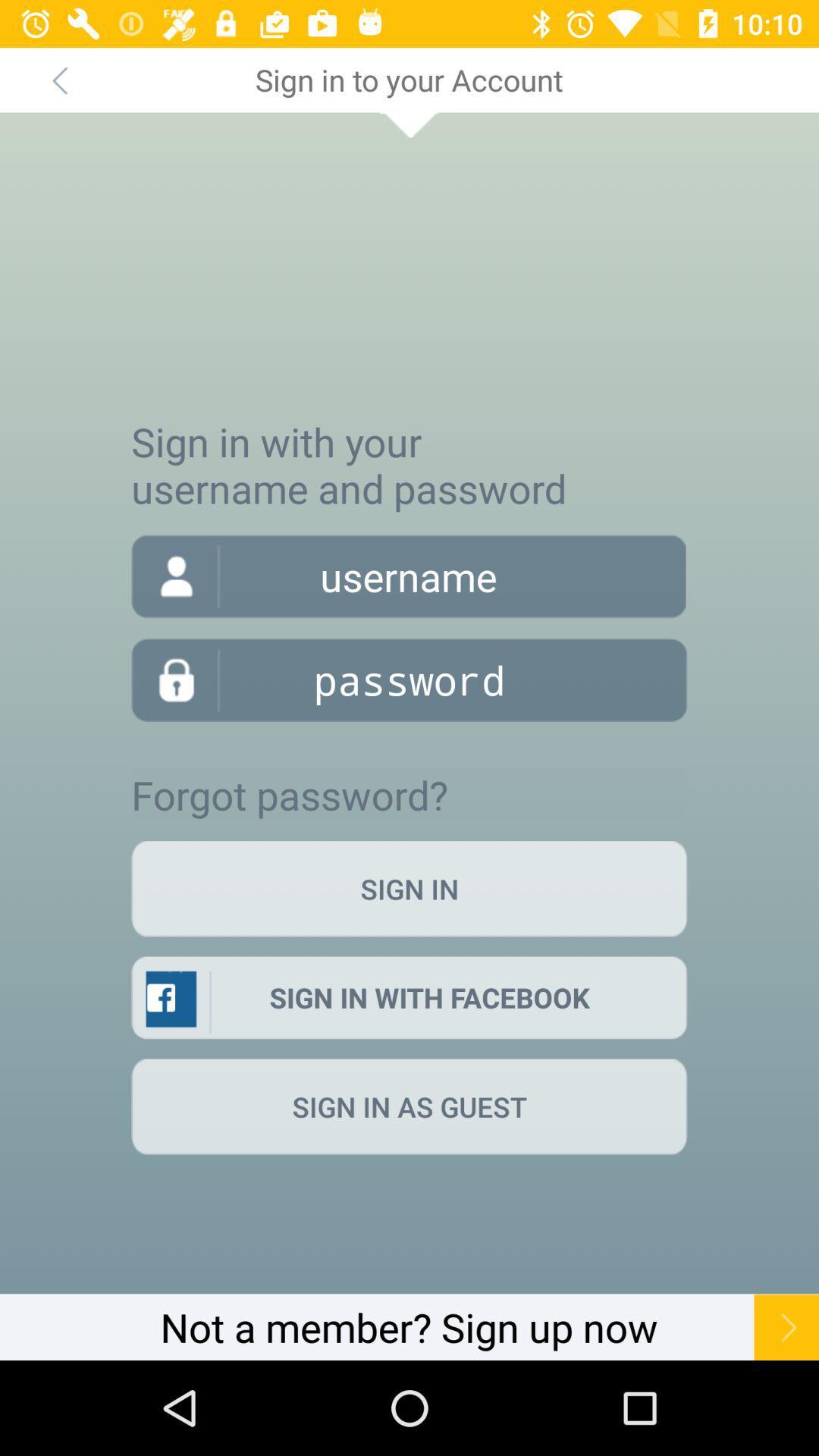 The height and width of the screenshot is (1456, 819). What do you see at coordinates (409, 679) in the screenshot?
I see `password` at bounding box center [409, 679].